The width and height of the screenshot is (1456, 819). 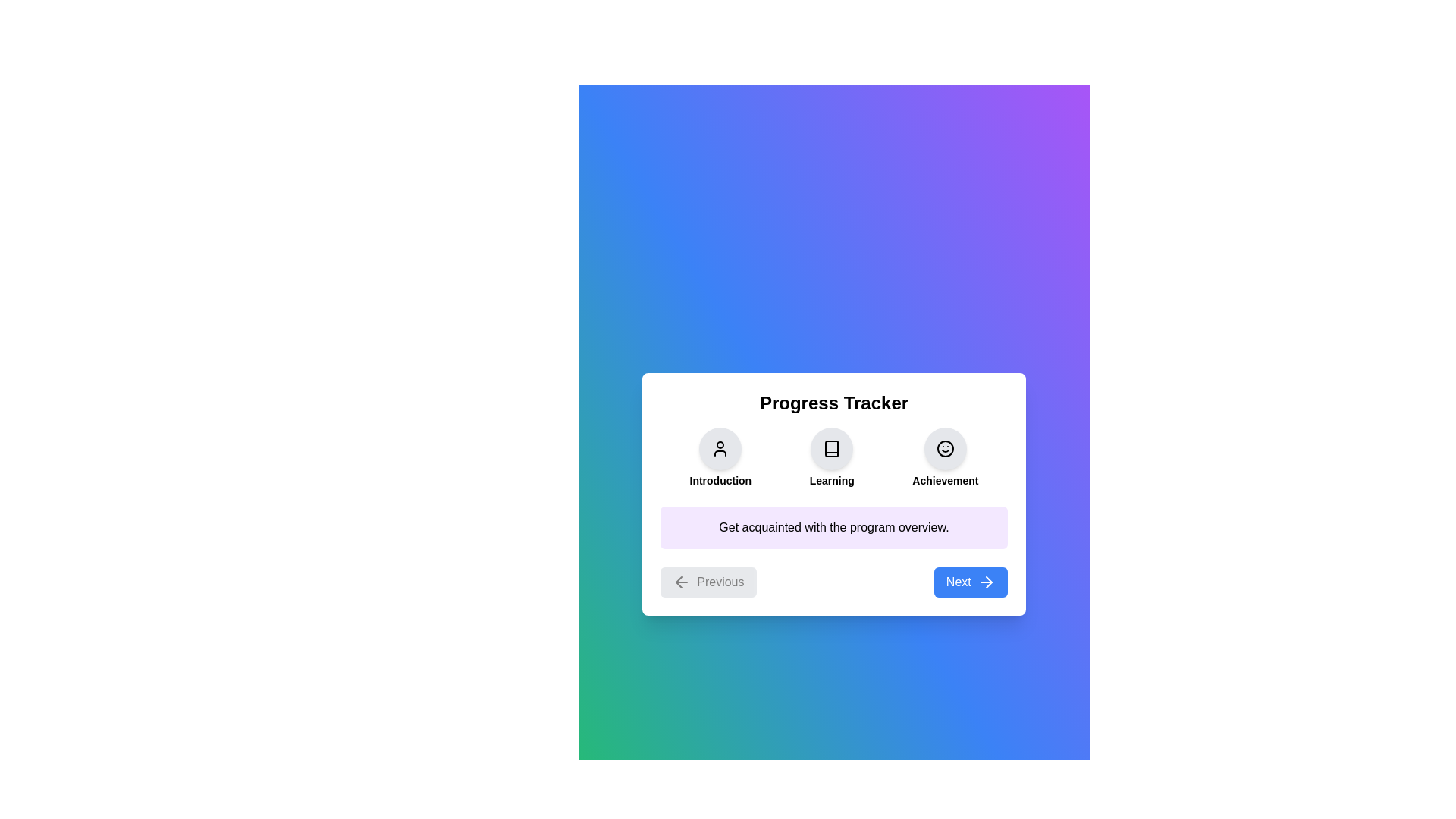 What do you see at coordinates (720, 447) in the screenshot?
I see `the Introduction section icon to view its details` at bounding box center [720, 447].